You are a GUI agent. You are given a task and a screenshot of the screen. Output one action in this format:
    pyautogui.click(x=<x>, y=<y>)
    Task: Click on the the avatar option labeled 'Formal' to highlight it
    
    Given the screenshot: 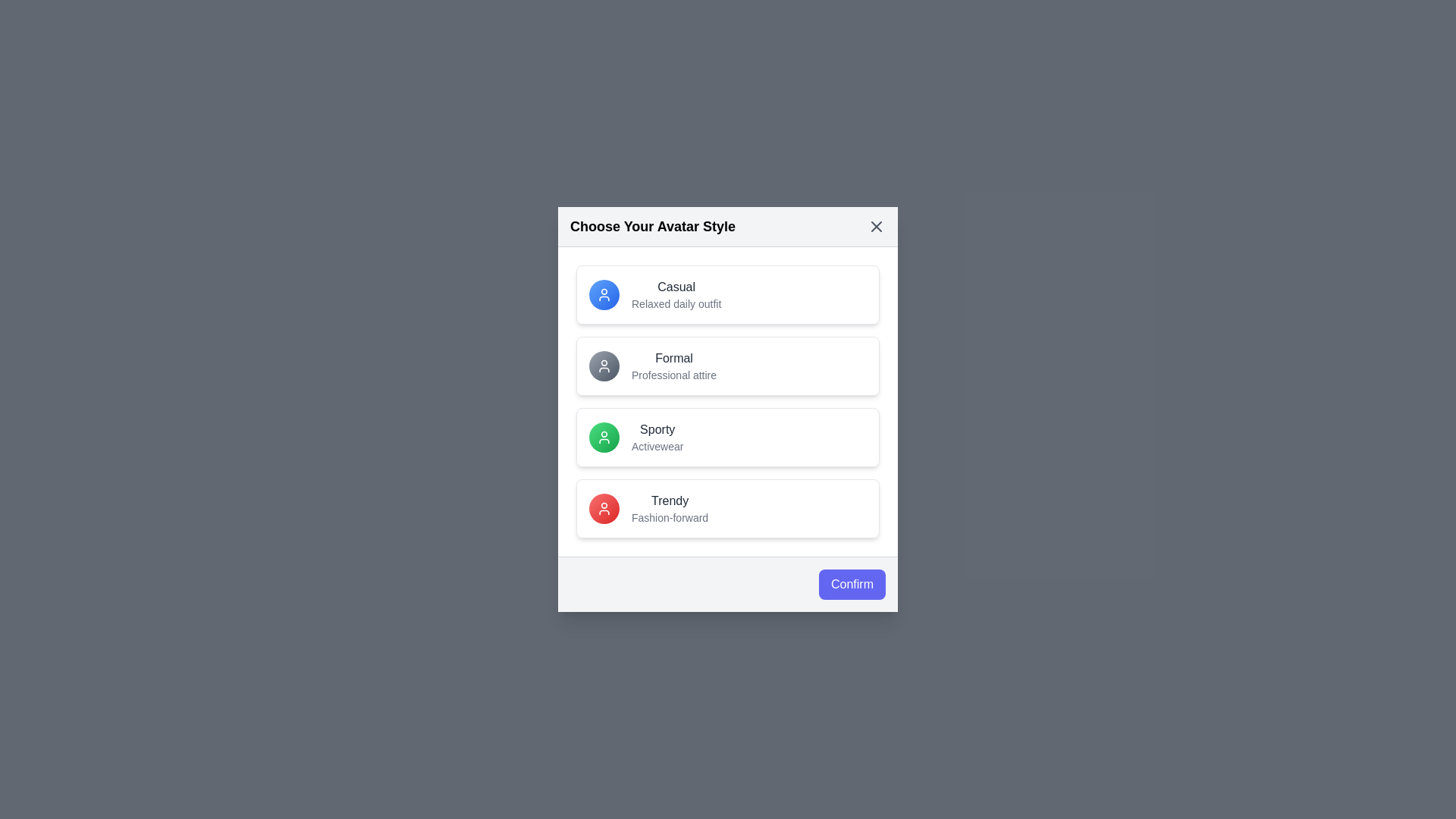 What is the action you would take?
    pyautogui.click(x=728, y=366)
    